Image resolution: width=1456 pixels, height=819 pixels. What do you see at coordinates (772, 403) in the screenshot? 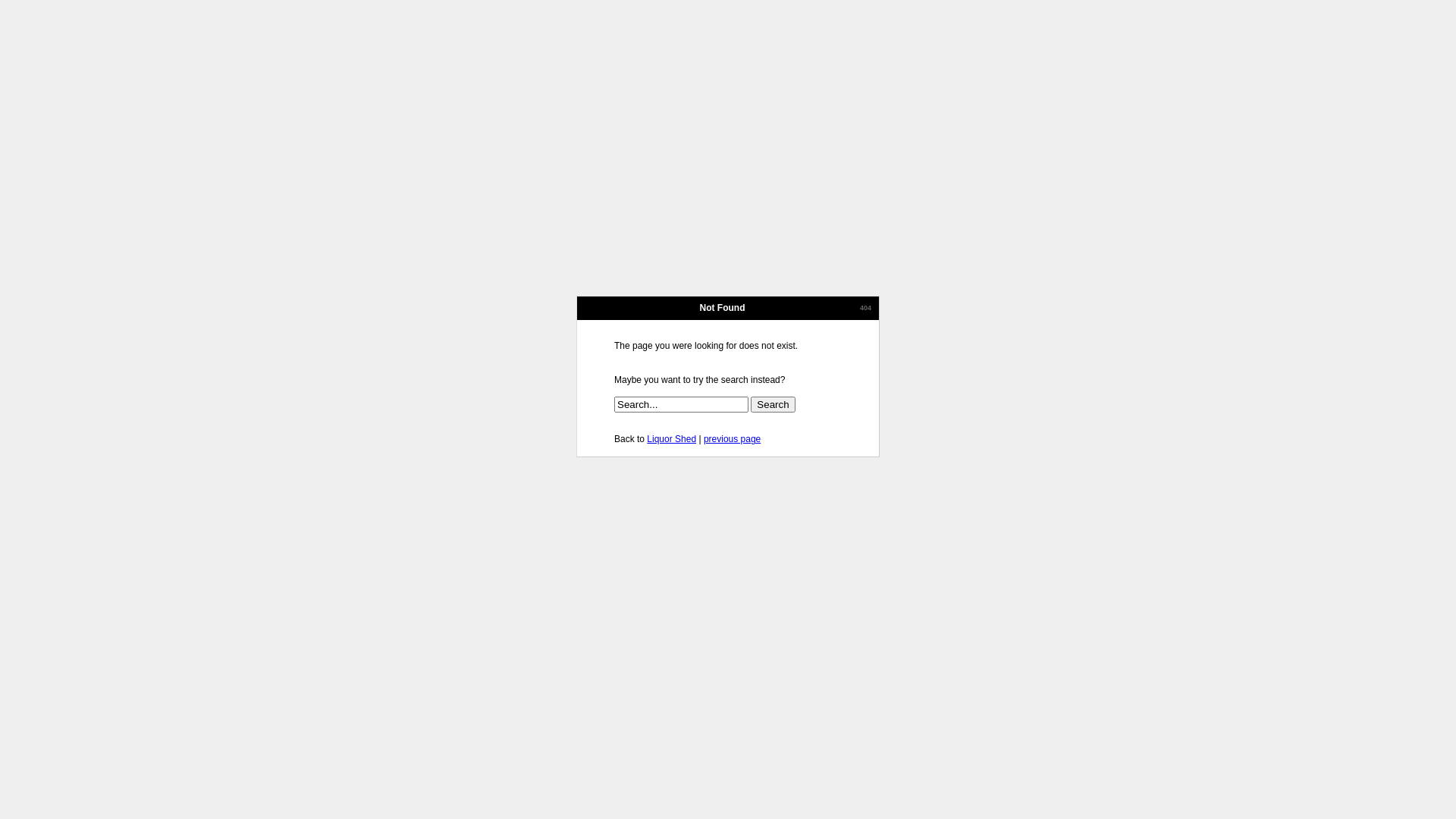
I see `'Search'` at bounding box center [772, 403].